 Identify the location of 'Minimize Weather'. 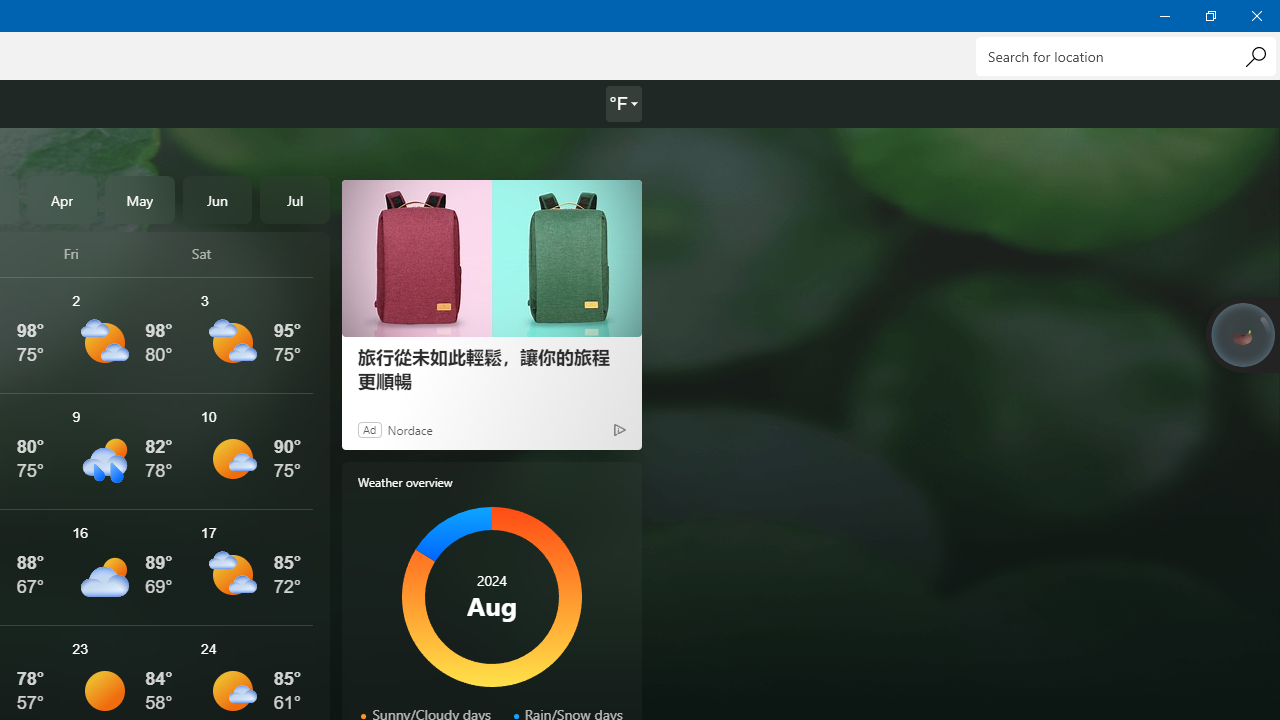
(1164, 15).